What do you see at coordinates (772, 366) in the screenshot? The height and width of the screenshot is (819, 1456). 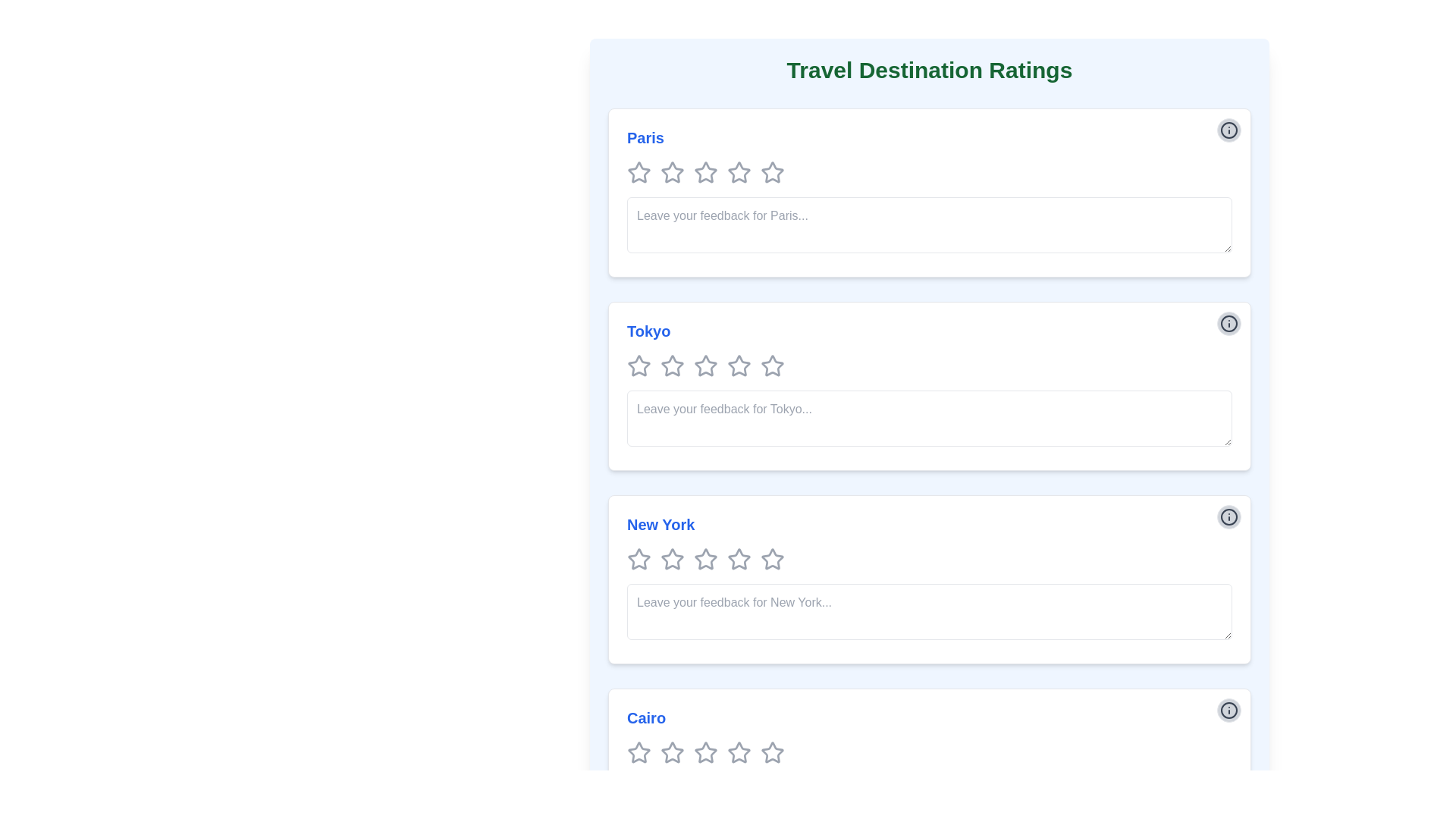 I see `the fifth star icon in the Tokyo rating section` at bounding box center [772, 366].